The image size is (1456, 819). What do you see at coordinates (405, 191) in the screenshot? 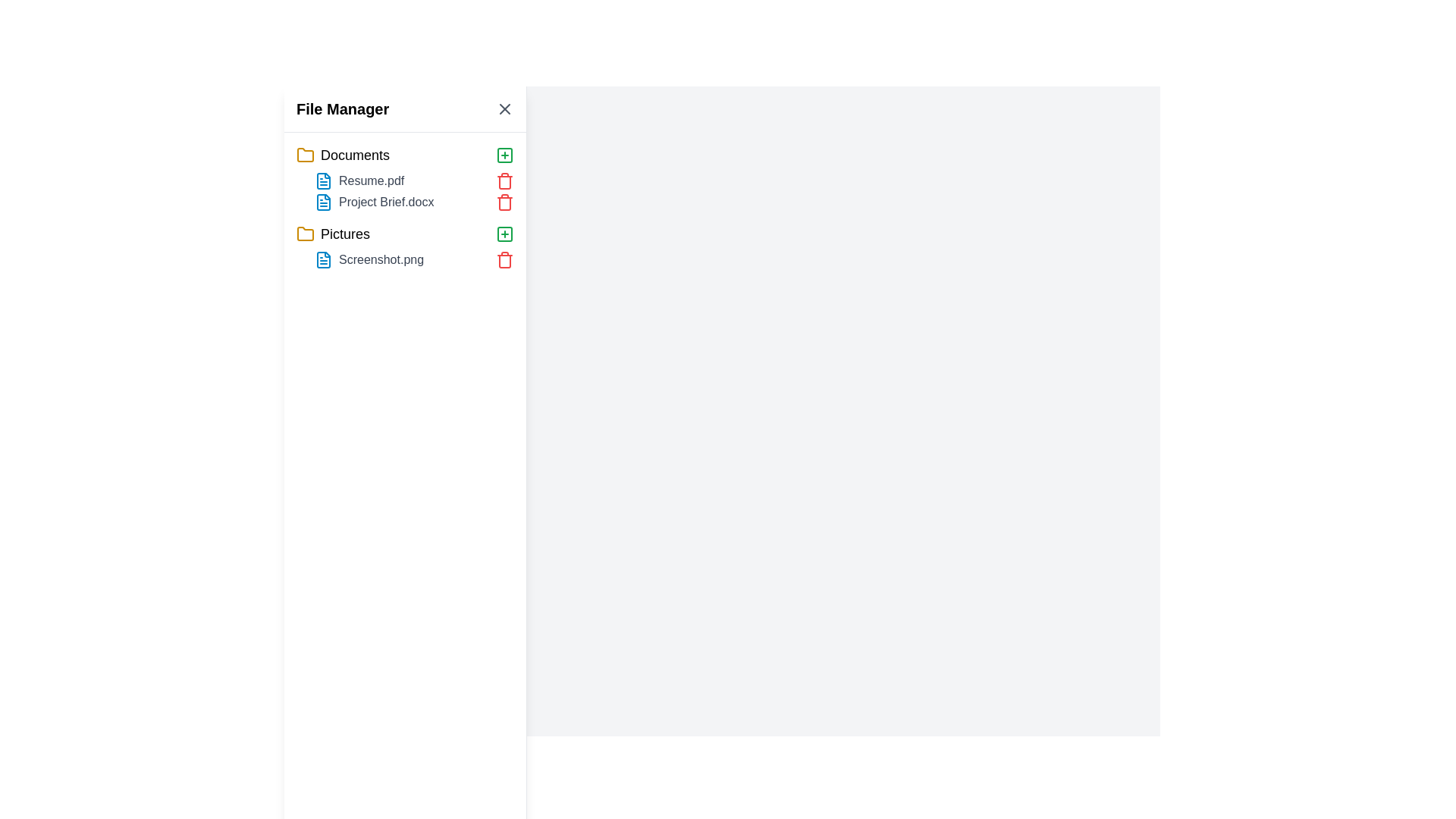
I see `the List of file entries under the 'Documents' section` at bounding box center [405, 191].